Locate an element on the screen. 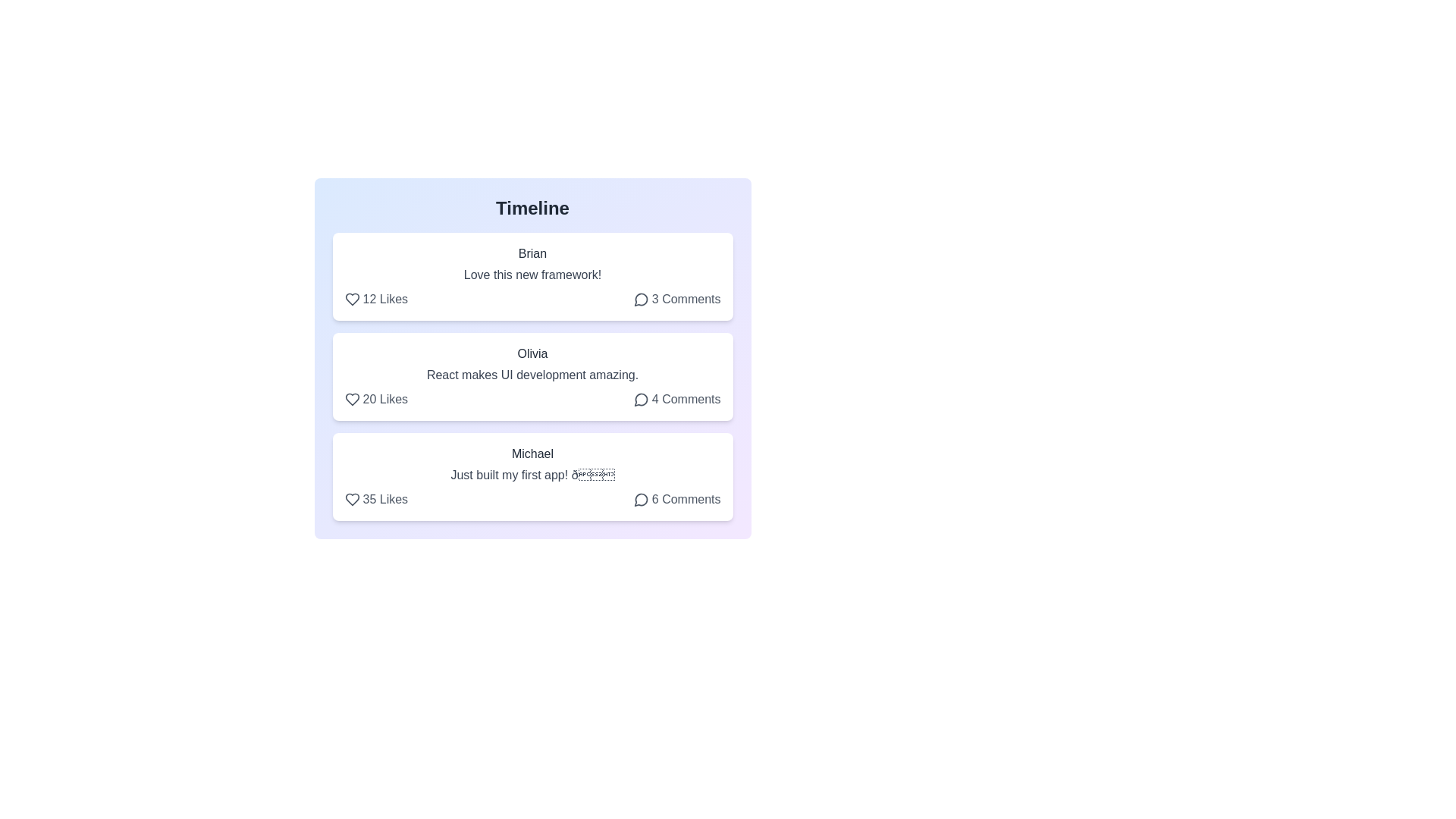  comment button for the post by Michael is located at coordinates (676, 500).